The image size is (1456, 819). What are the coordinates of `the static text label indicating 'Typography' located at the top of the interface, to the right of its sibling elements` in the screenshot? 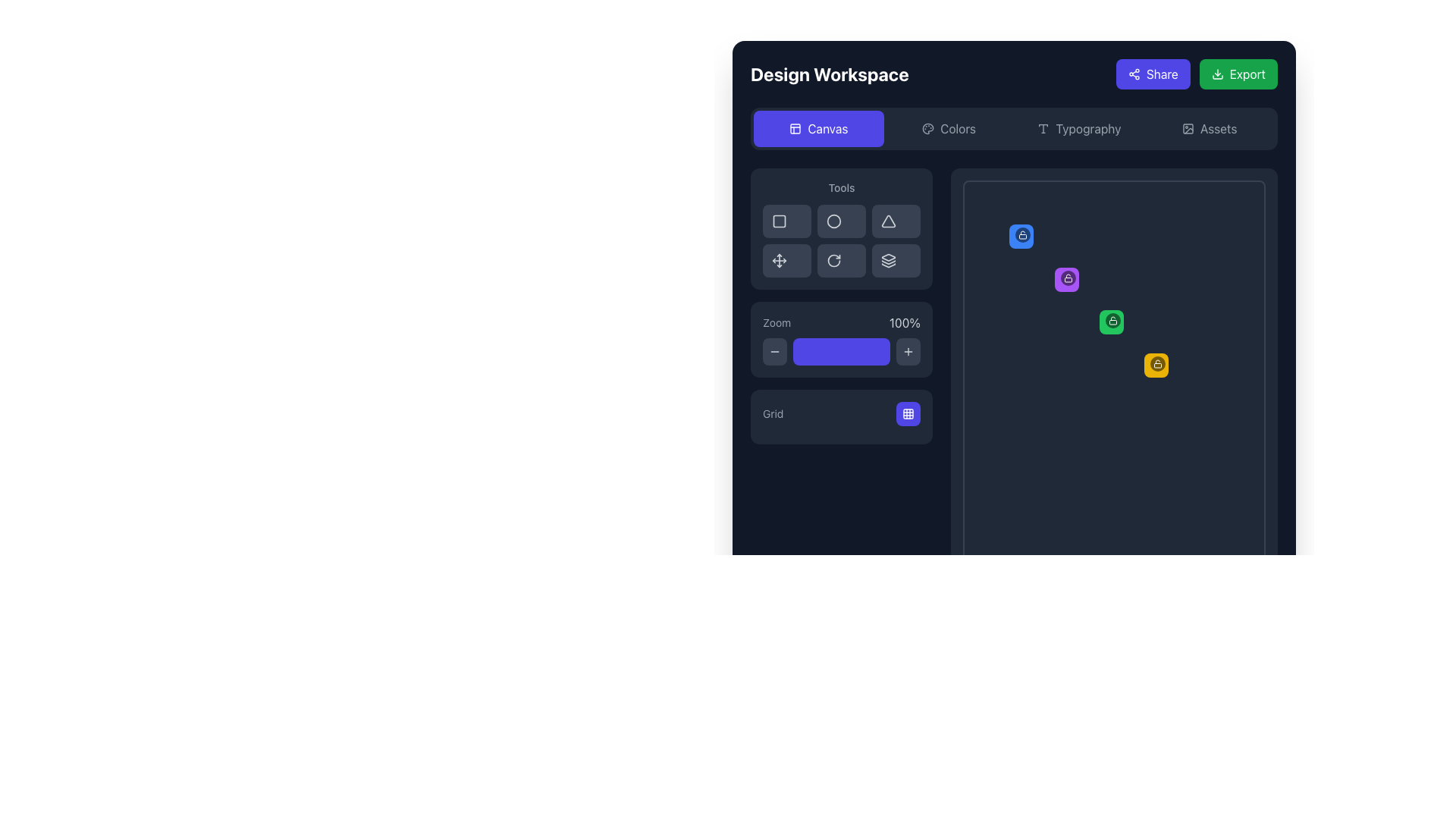 It's located at (1087, 127).